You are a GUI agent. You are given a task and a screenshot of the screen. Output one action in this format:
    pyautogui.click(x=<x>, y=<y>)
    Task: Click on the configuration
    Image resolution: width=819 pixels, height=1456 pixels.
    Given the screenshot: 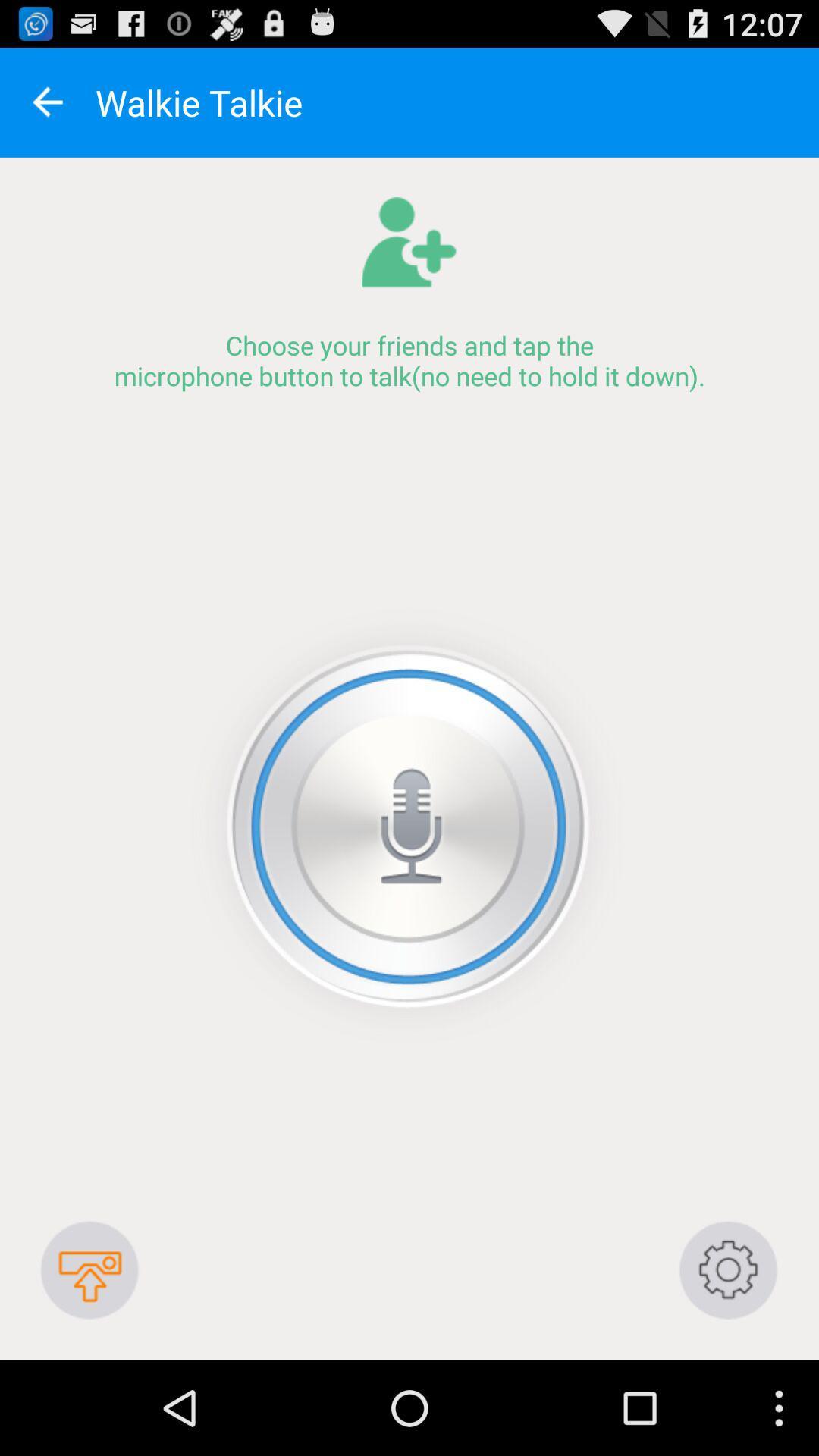 What is the action you would take?
    pyautogui.click(x=728, y=1270)
    